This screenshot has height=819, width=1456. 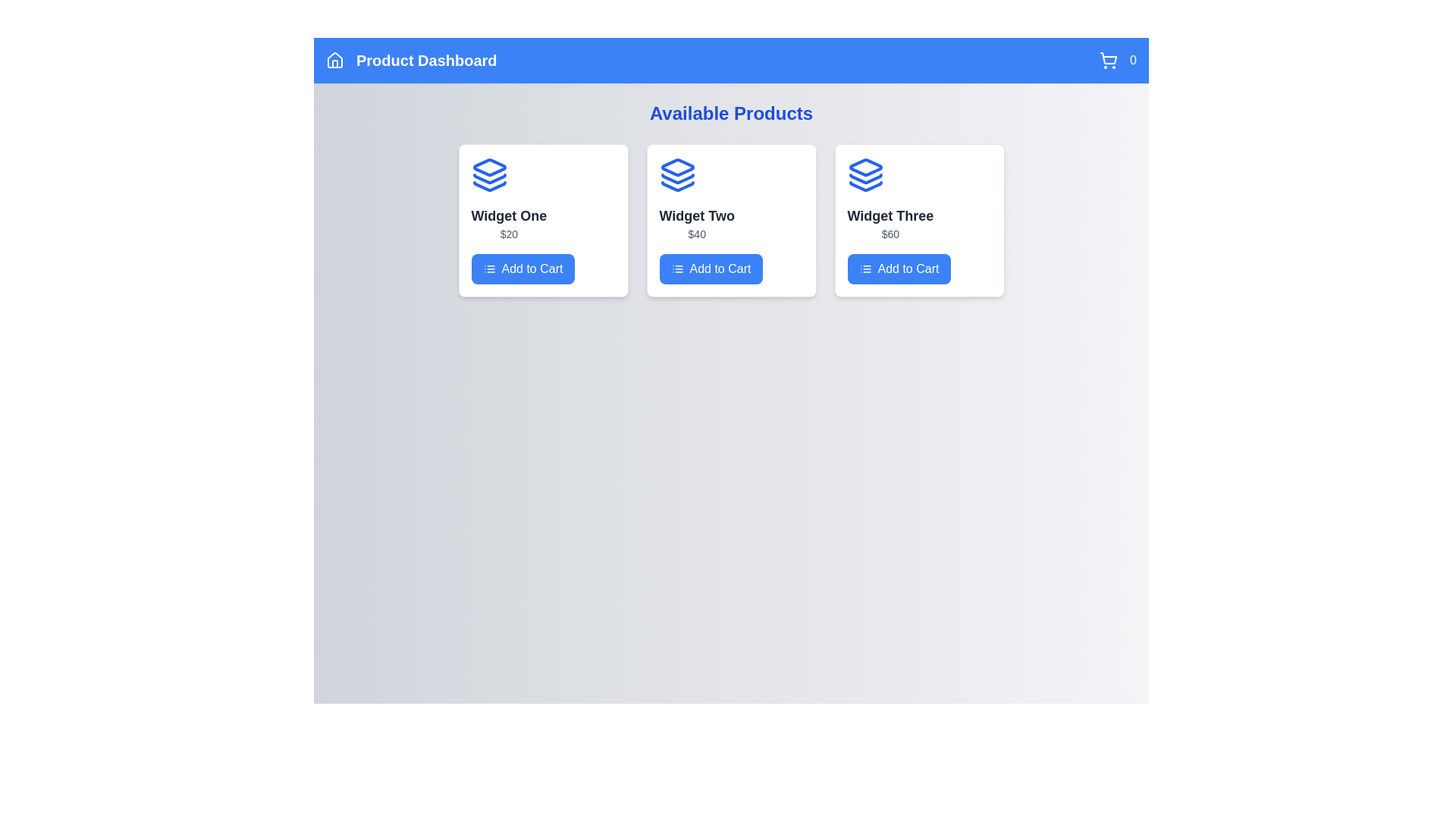 What do you see at coordinates (890, 223) in the screenshot?
I see `the text display that shows the name and price of the product in the third card of the 'Available Products' section, located above the 'Add to Cart' button` at bounding box center [890, 223].